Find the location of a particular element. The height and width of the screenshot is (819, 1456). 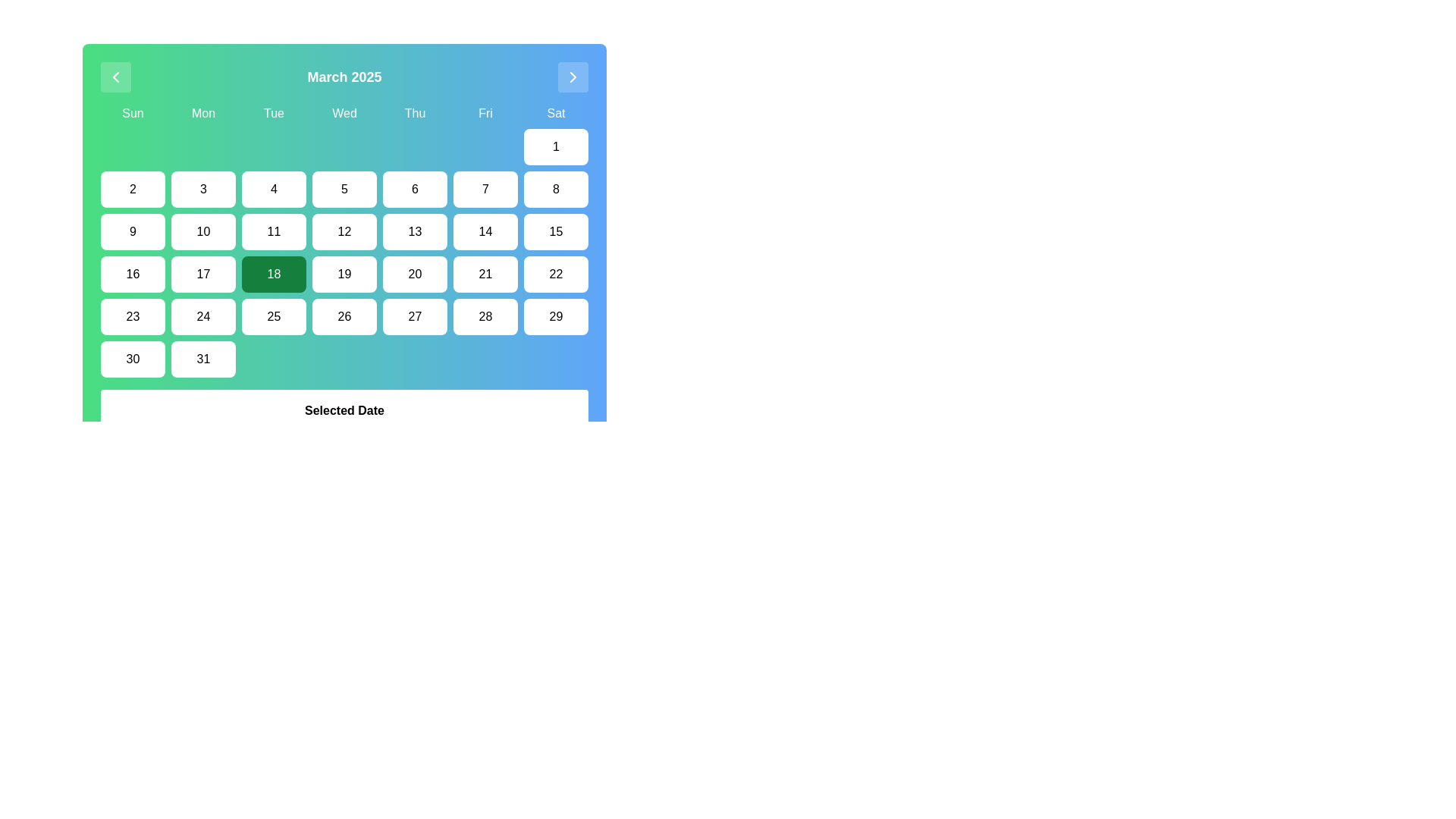

the white rectangular button displaying the number '16' is located at coordinates (133, 275).